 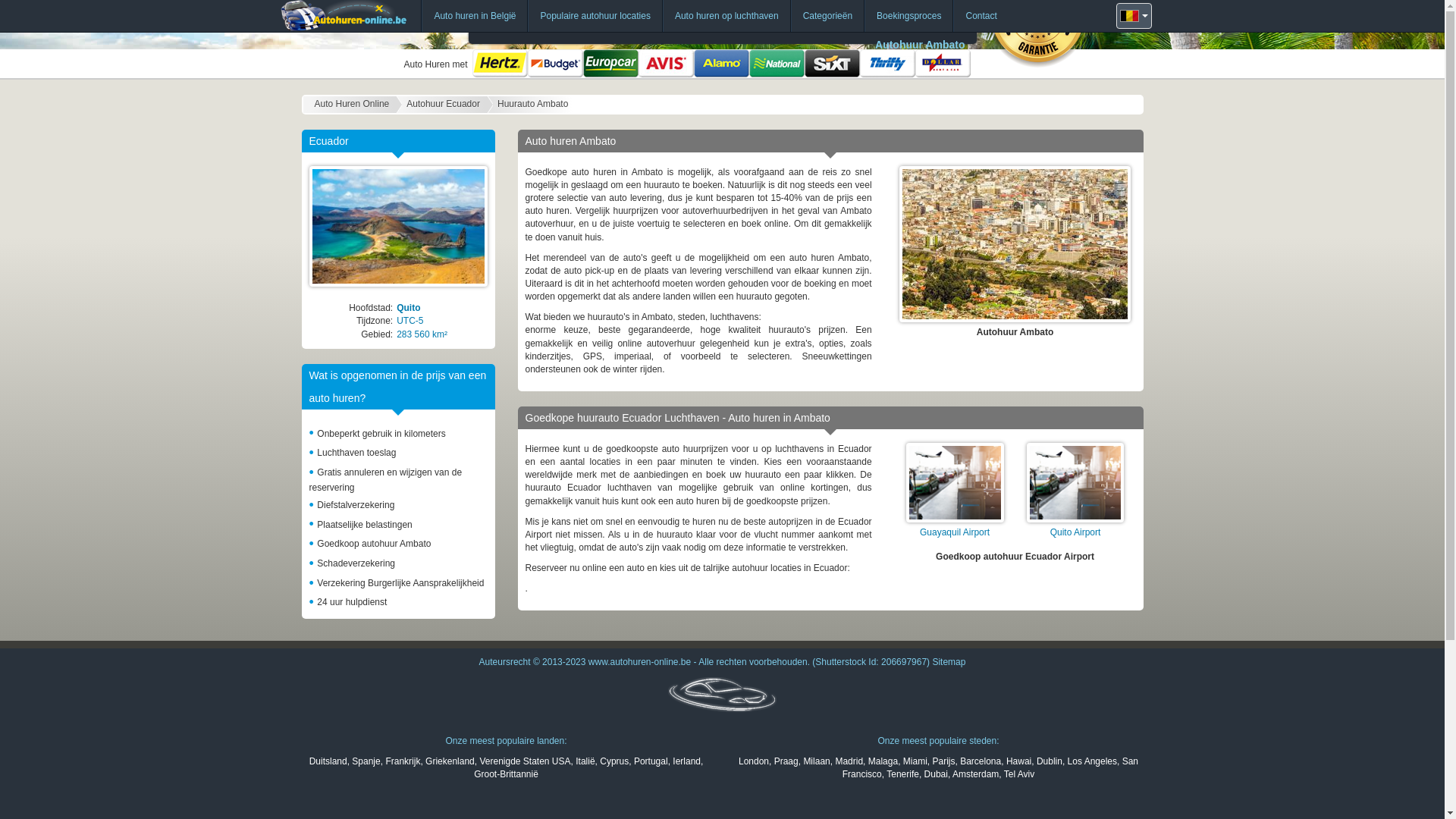 What do you see at coordinates (442, 104) in the screenshot?
I see `'Autohuur Ecuador'` at bounding box center [442, 104].